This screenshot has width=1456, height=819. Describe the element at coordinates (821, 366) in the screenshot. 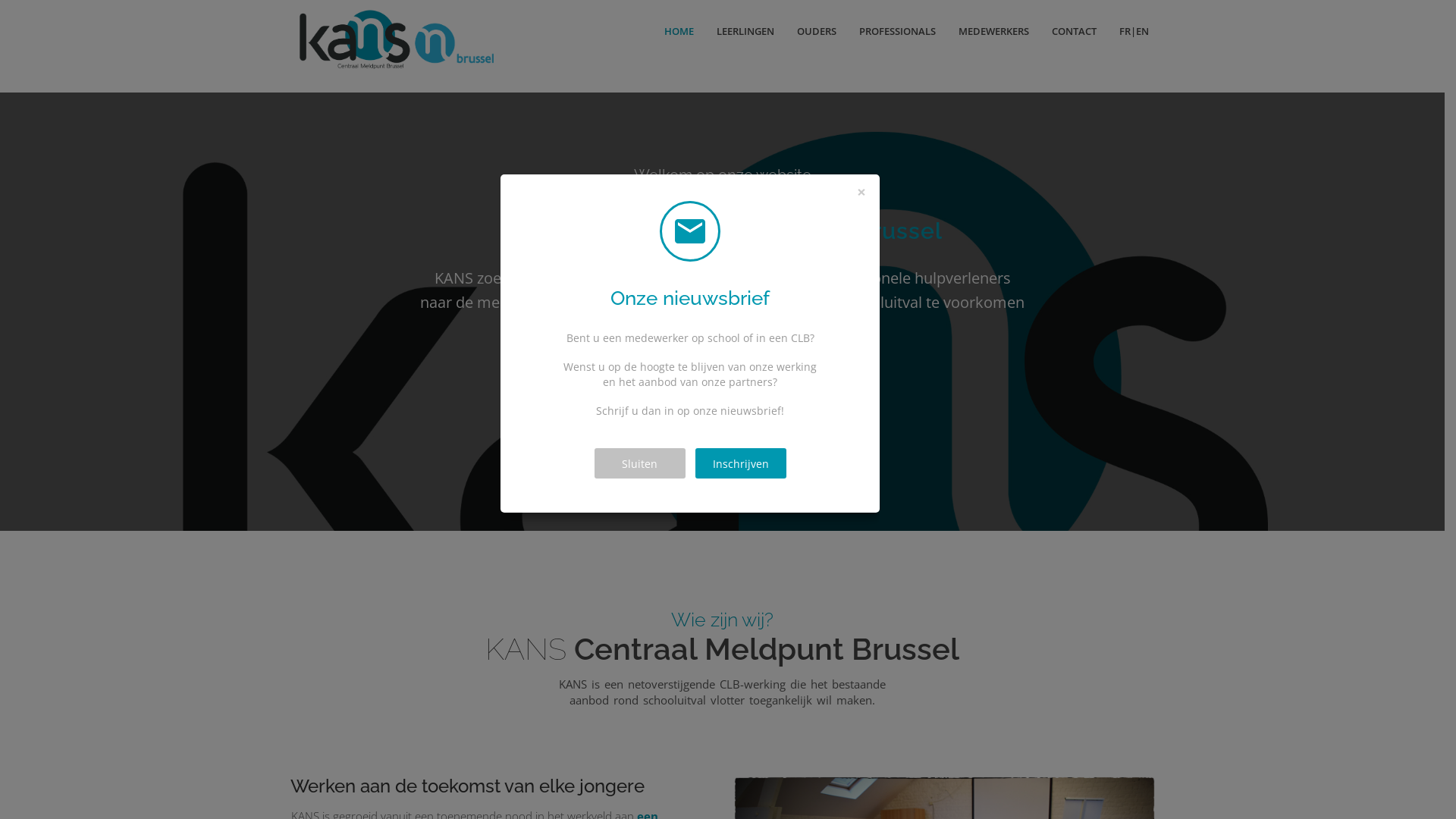

I see `'Professionals'` at that location.